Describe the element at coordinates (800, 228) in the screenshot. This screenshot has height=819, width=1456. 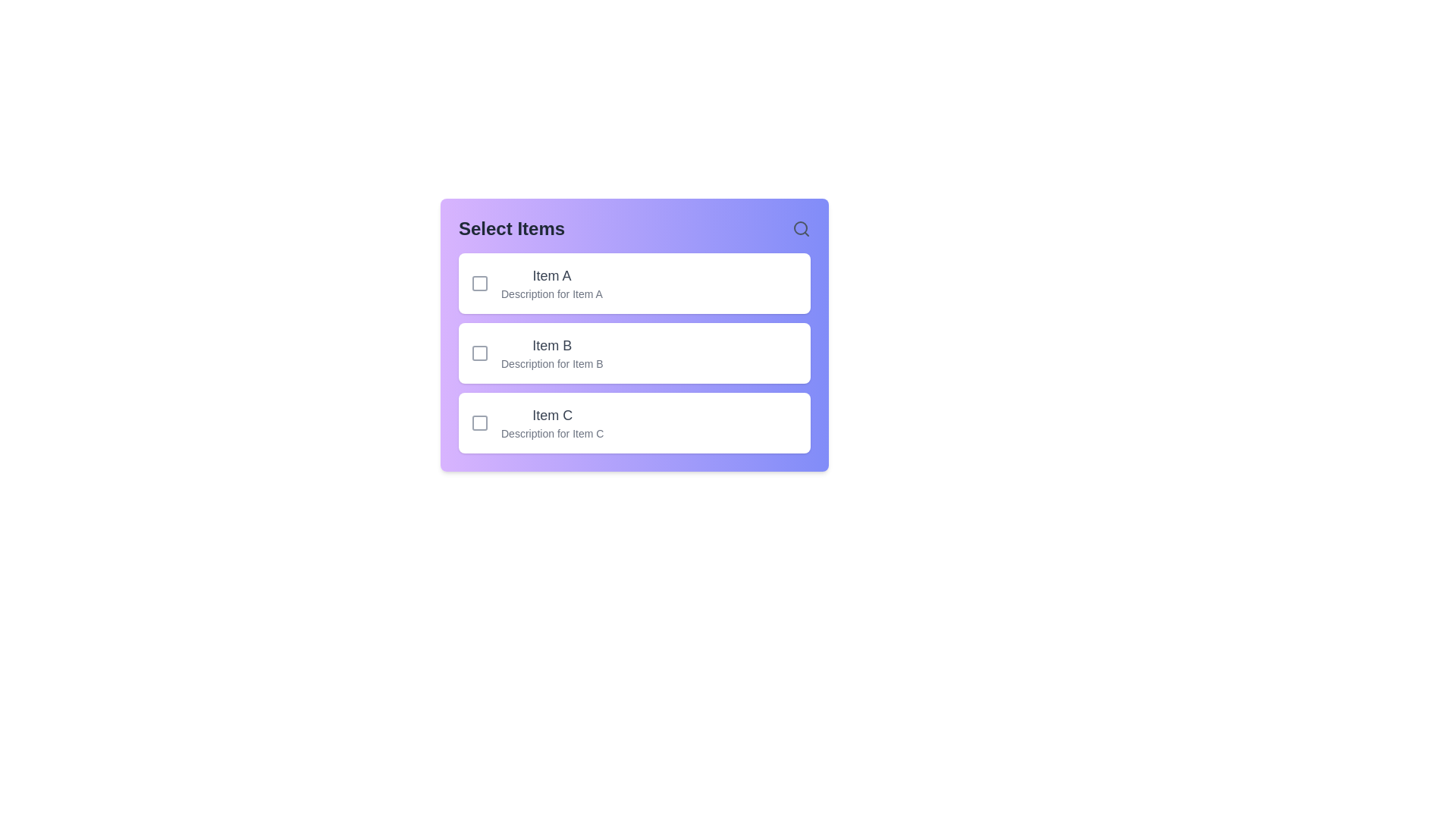
I see `the search icon at the top-right corner of the component` at that location.